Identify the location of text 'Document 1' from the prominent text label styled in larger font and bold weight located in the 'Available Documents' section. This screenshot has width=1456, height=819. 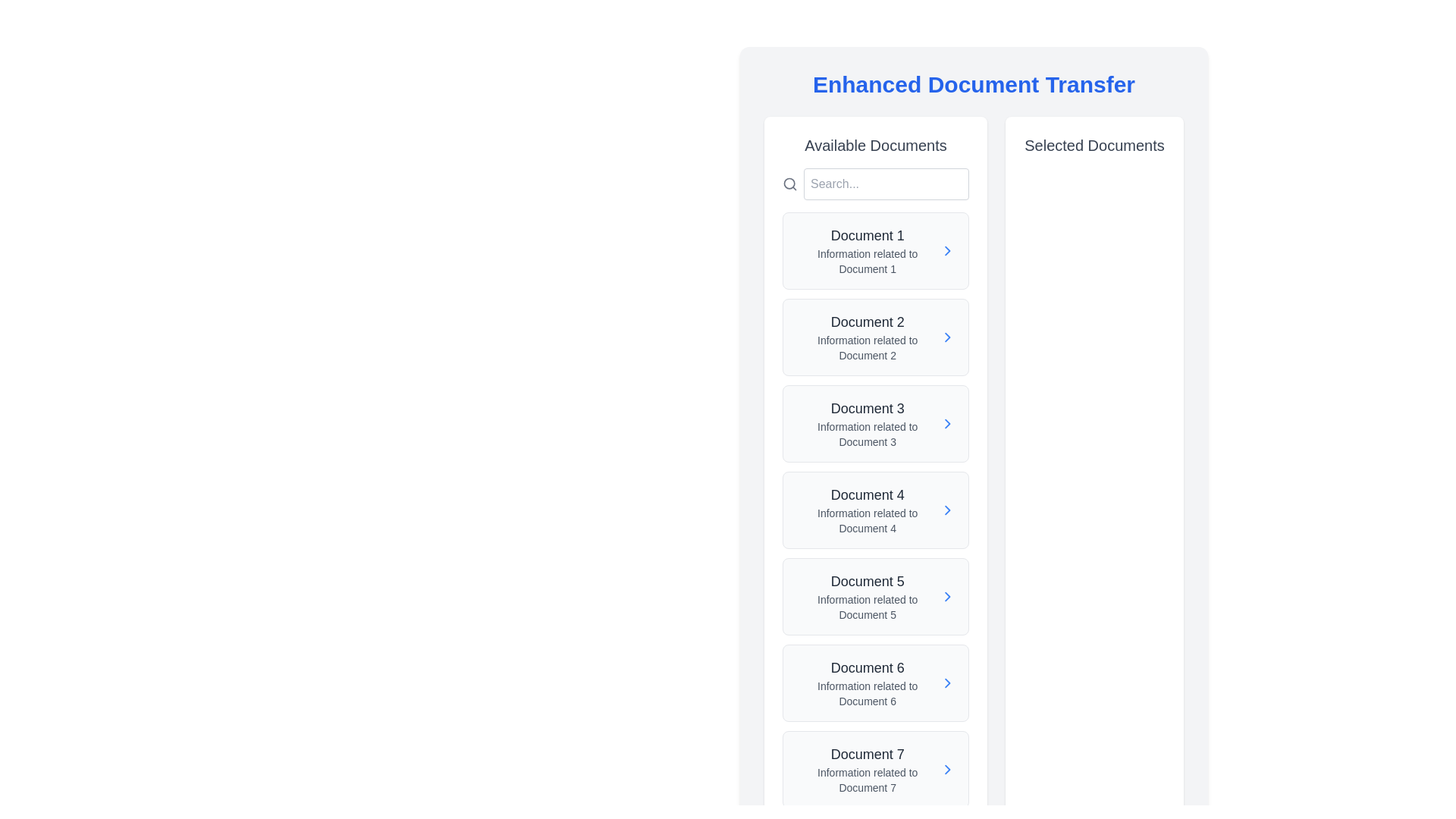
(868, 236).